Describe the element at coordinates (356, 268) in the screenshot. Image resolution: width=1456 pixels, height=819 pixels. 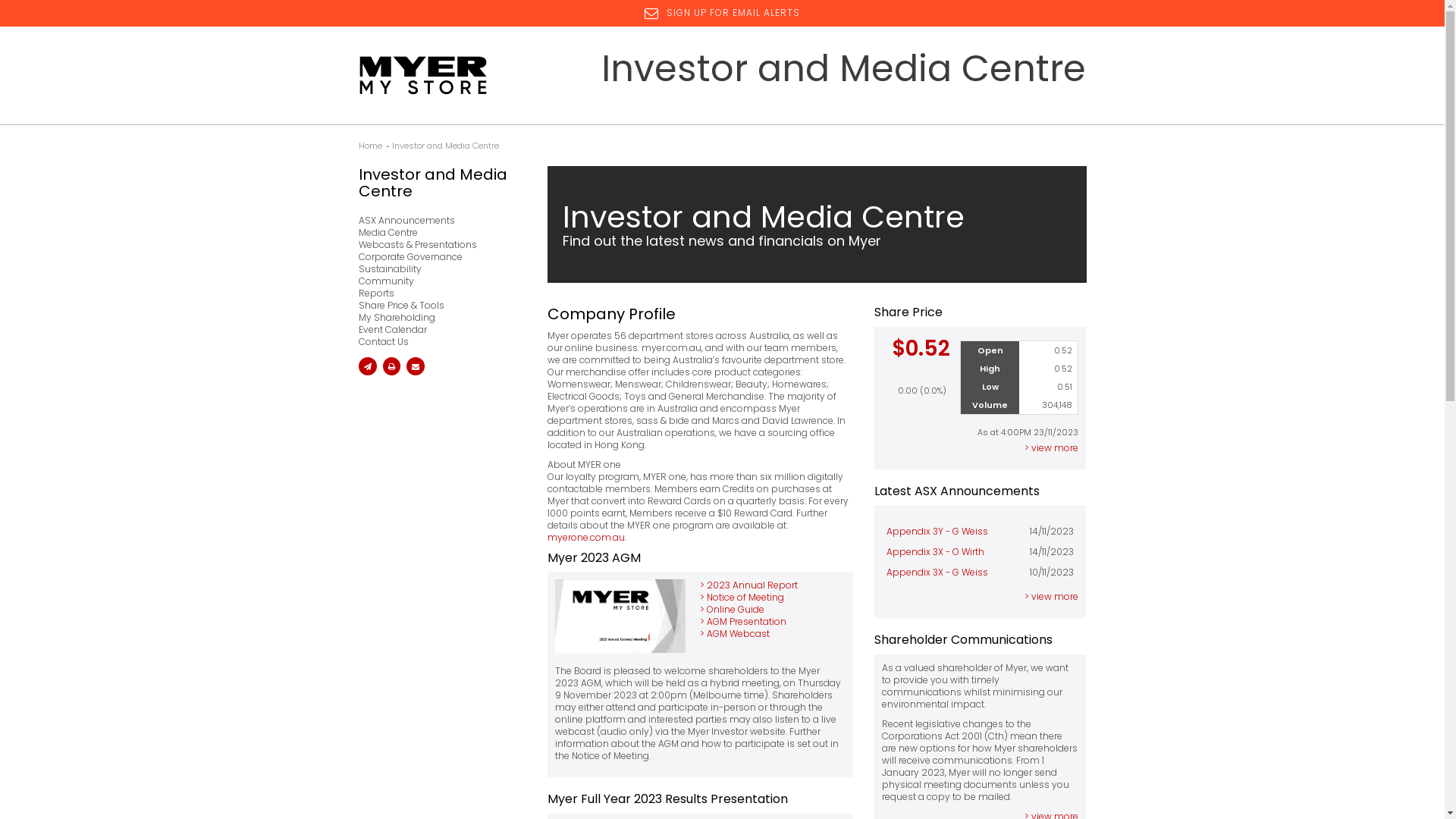
I see `'Sustainability'` at that location.